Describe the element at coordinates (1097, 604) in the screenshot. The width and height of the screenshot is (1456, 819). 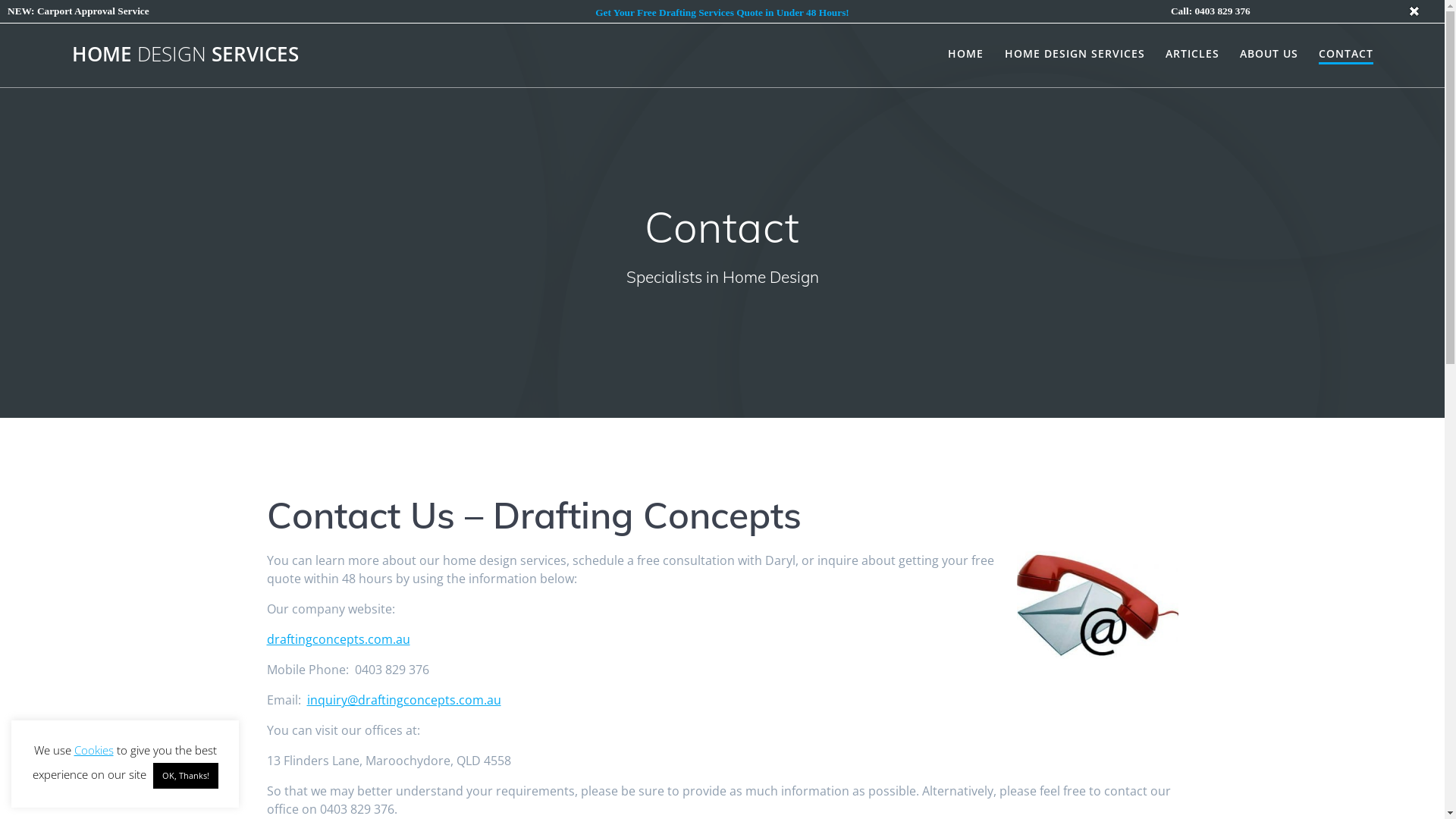
I see `'Optimized.ContactUs'` at that location.